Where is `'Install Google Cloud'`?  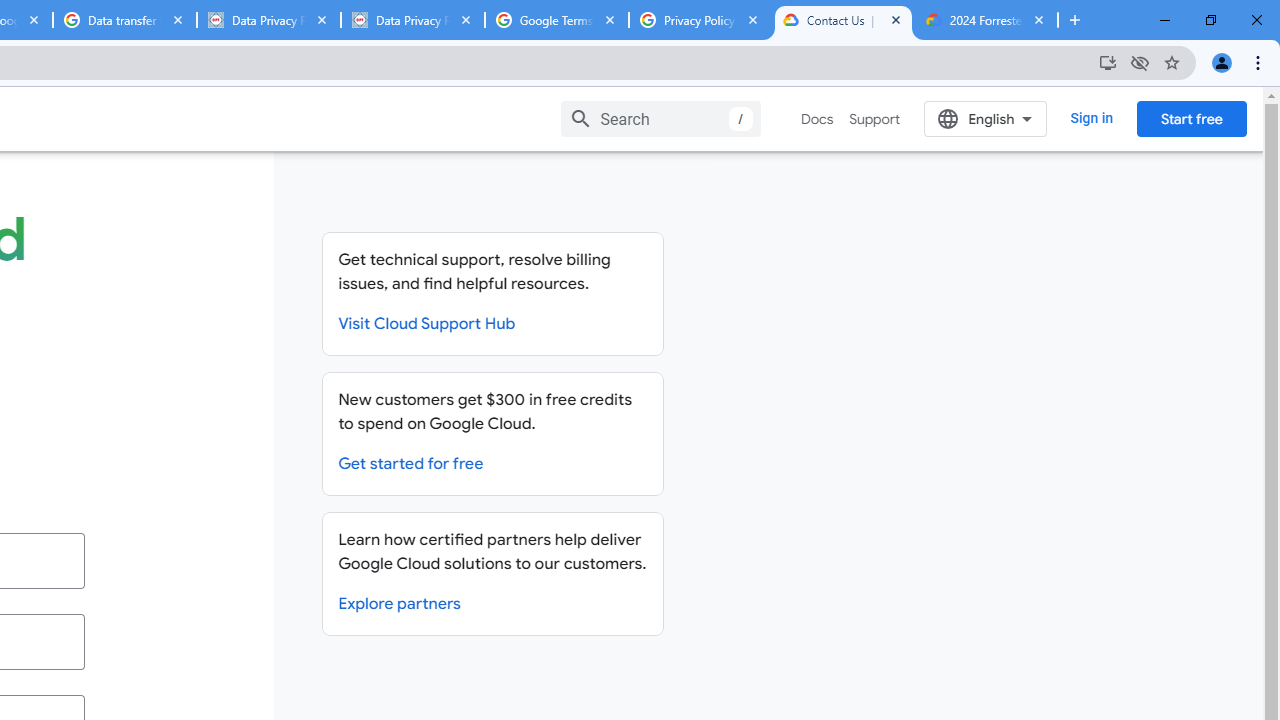
'Install Google Cloud' is located at coordinates (1106, 61).